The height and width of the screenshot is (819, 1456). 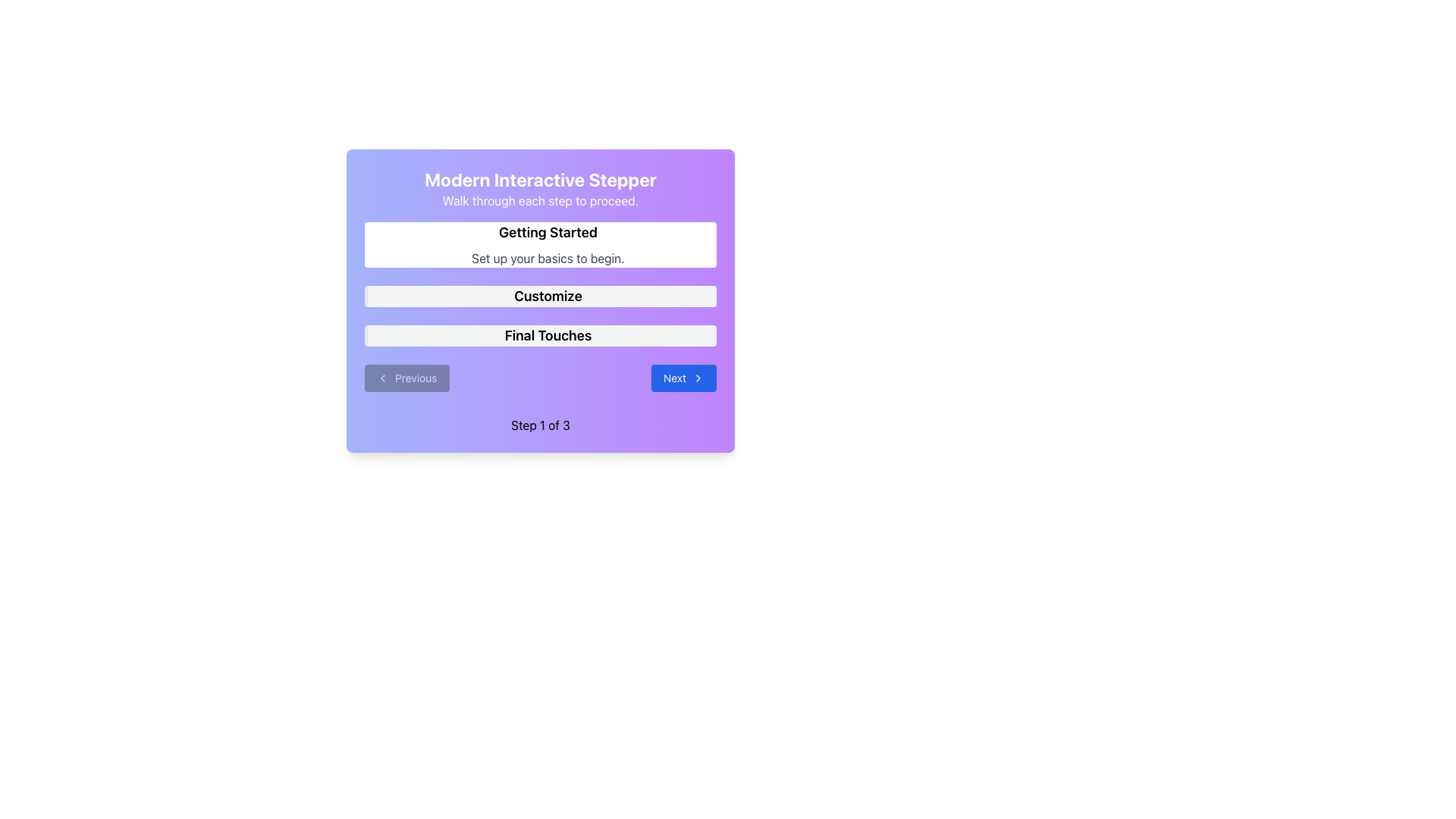 I want to click on the second step button in the vertical layout, so click(x=541, y=301).